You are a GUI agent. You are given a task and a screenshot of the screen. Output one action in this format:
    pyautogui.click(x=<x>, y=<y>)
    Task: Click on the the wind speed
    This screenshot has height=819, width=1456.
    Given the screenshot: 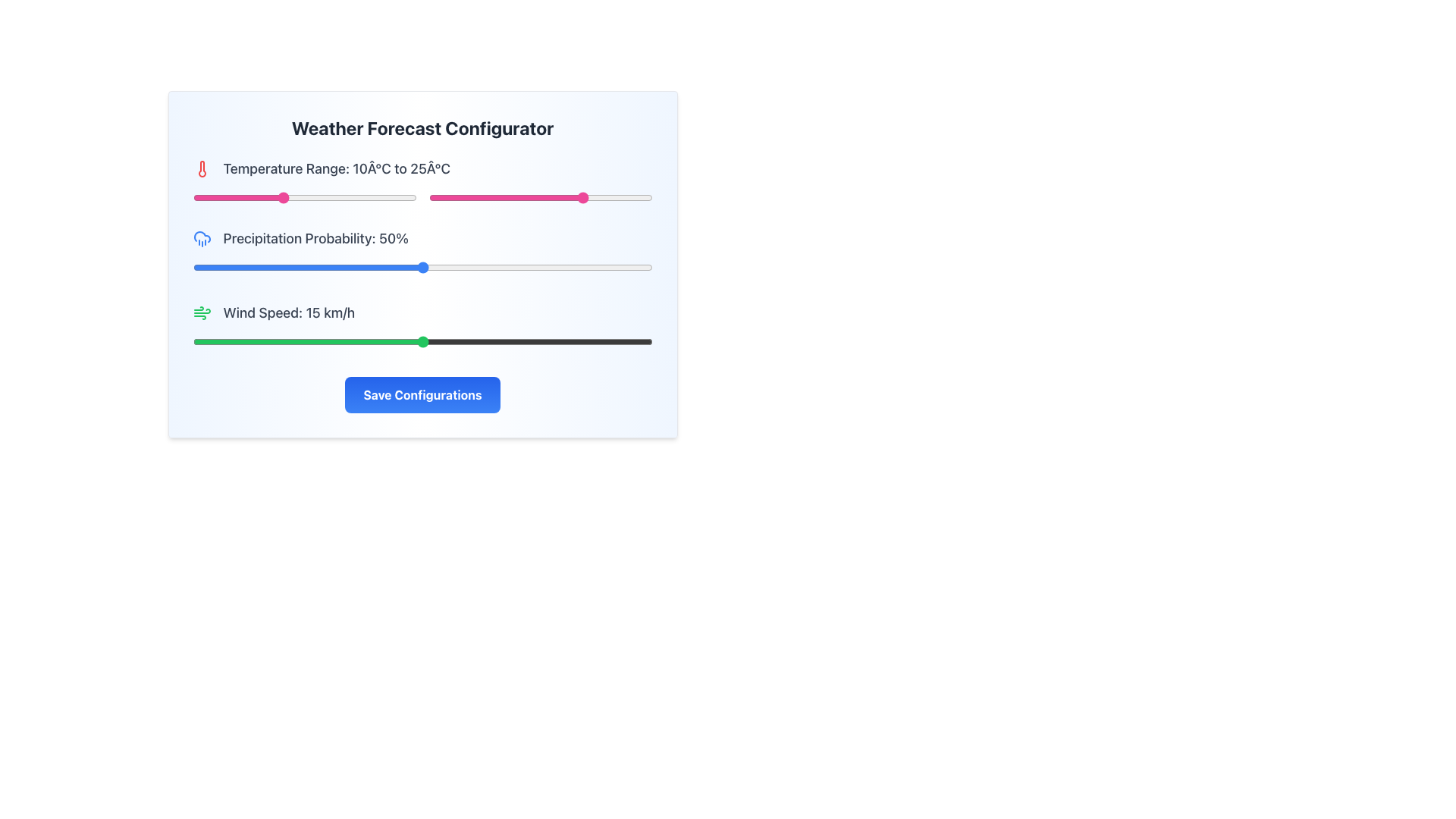 What is the action you would take?
    pyautogui.click(x=238, y=342)
    